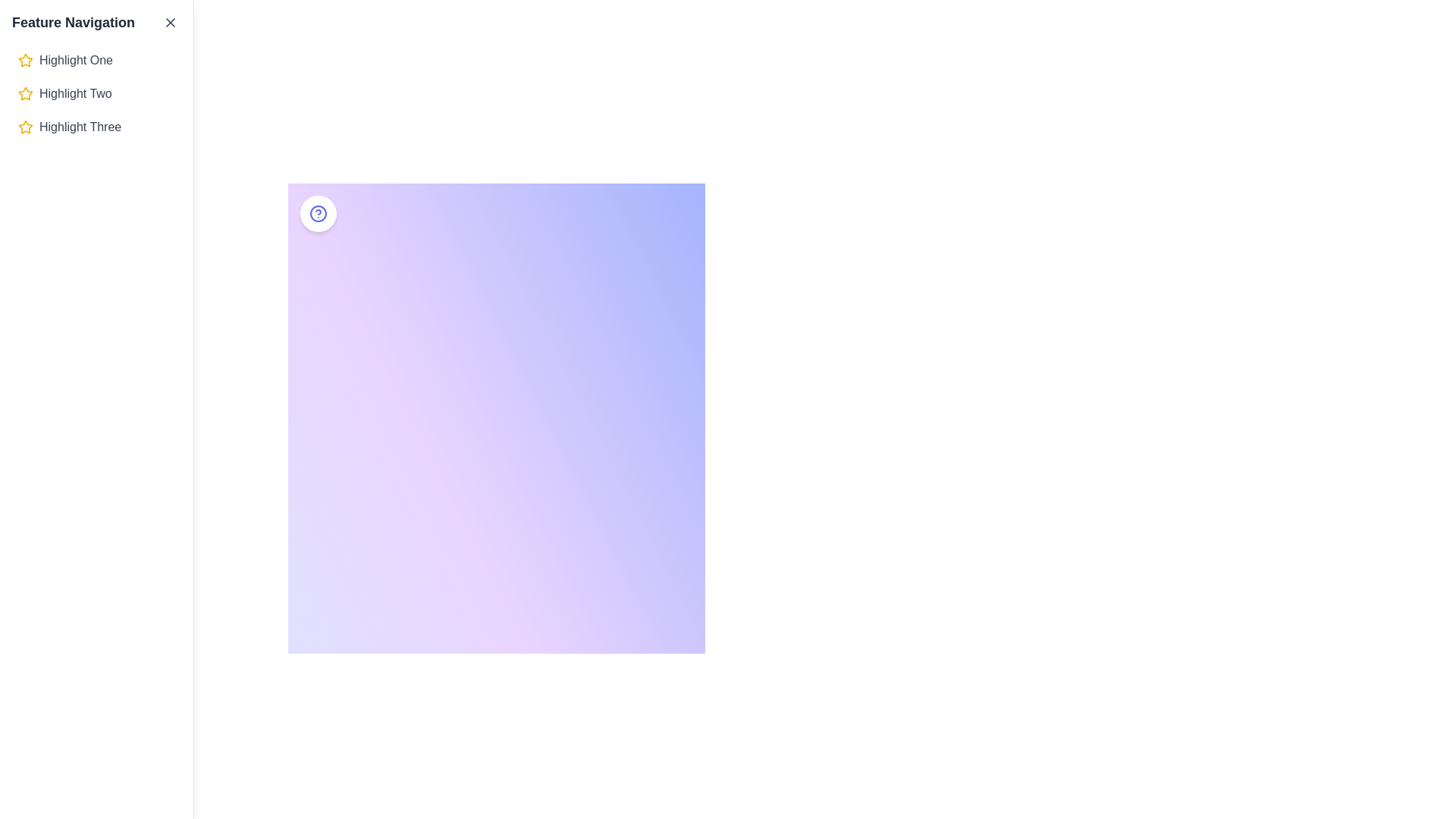 This screenshot has width=1456, height=819. What do you see at coordinates (72, 23) in the screenshot?
I see `the text label that displays the title or header of the navigation section in the top-left section of the vertical sidebar` at bounding box center [72, 23].